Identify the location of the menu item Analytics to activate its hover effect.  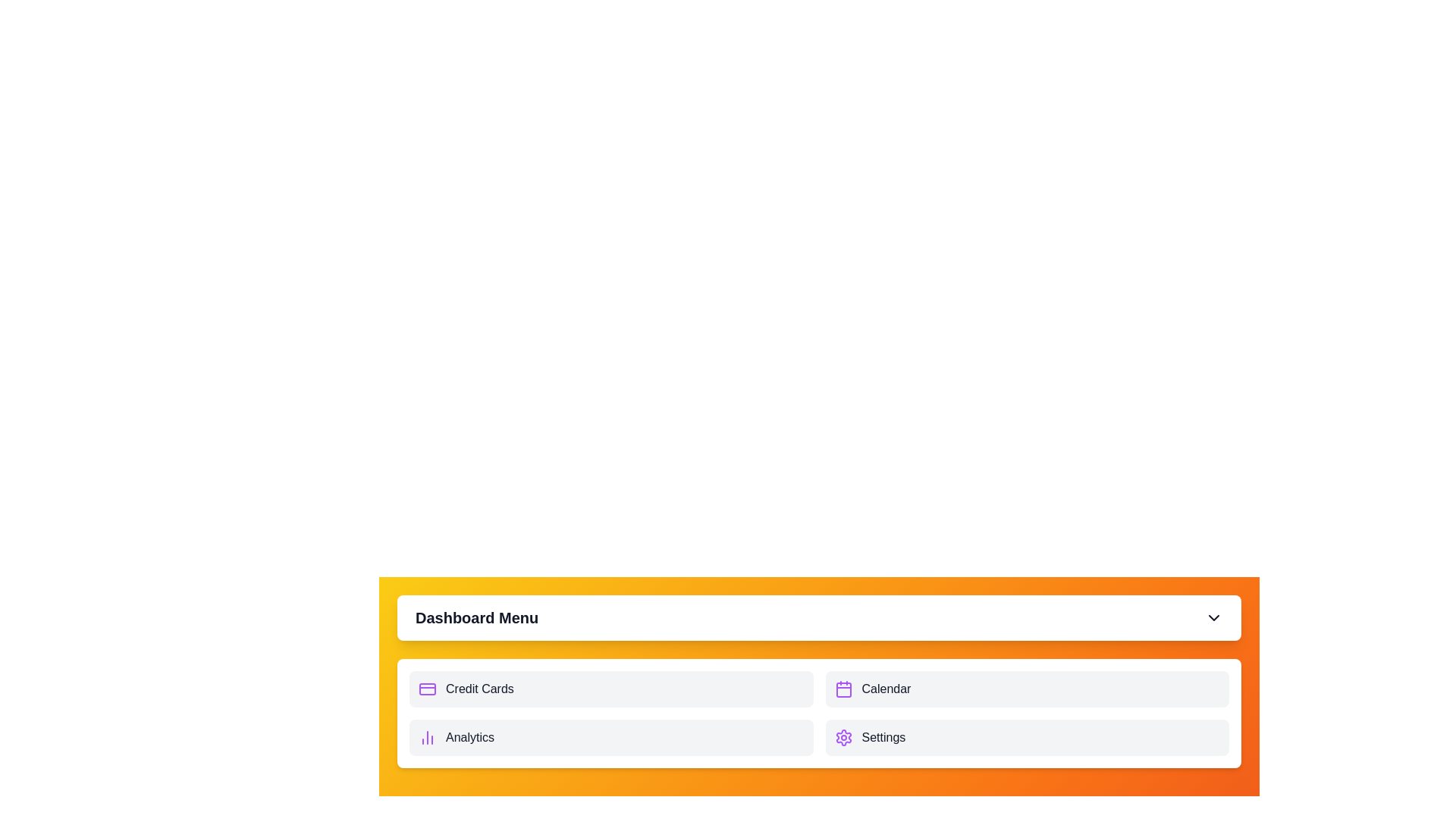
(611, 736).